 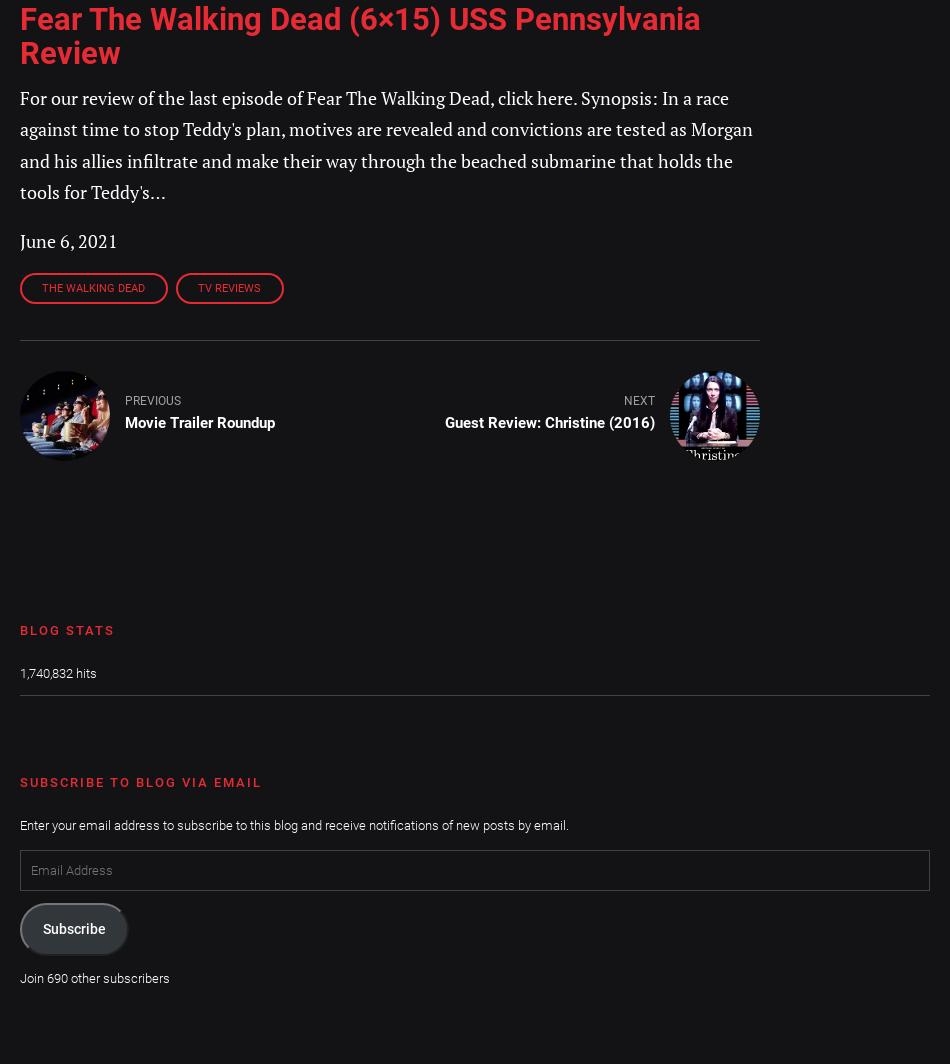 I want to click on 'Enter your email address to subscribe to this blog and receive notifications of new posts by email.', so click(x=293, y=825).